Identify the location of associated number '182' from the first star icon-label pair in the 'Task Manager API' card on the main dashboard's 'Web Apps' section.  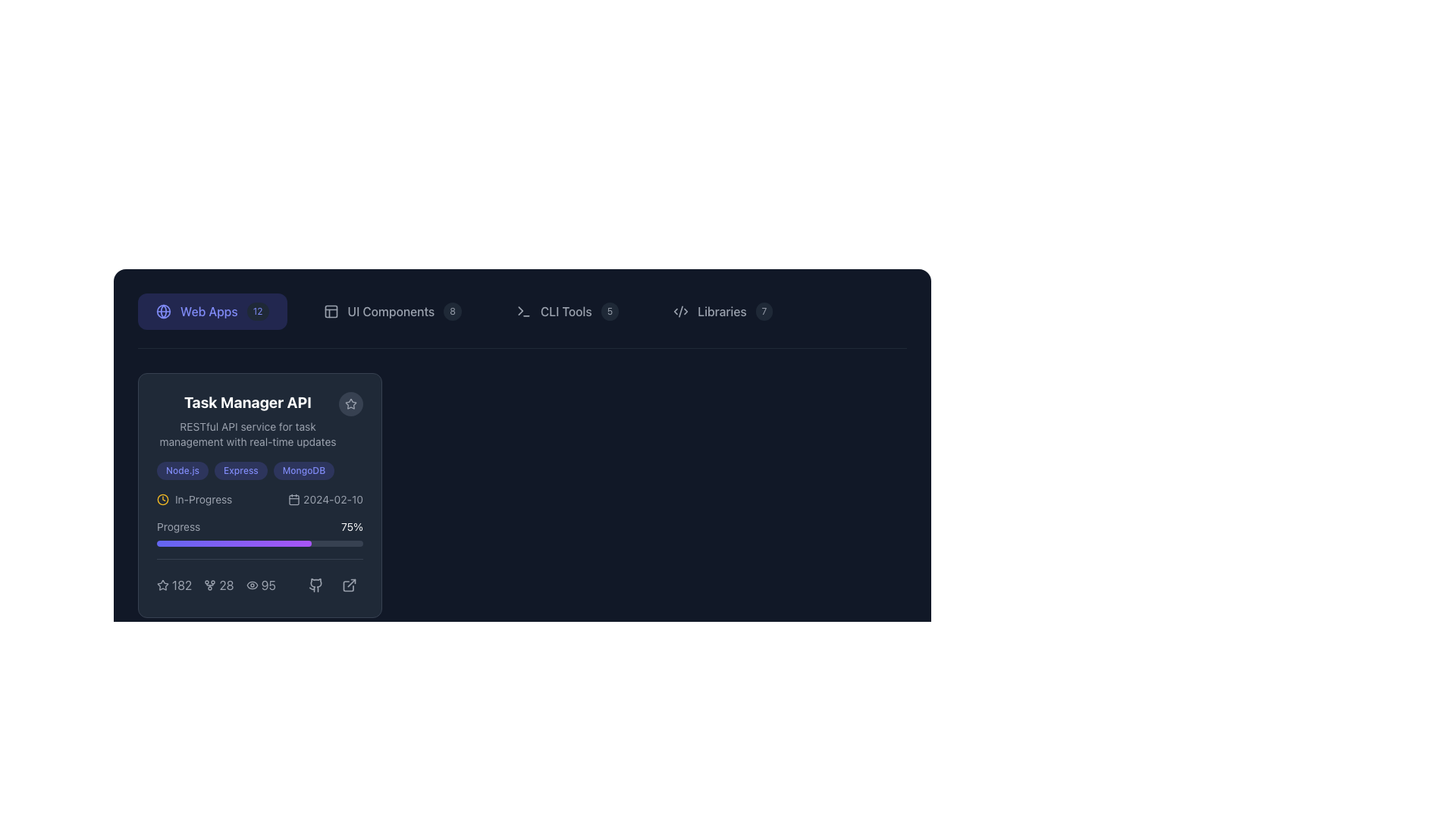
(174, 584).